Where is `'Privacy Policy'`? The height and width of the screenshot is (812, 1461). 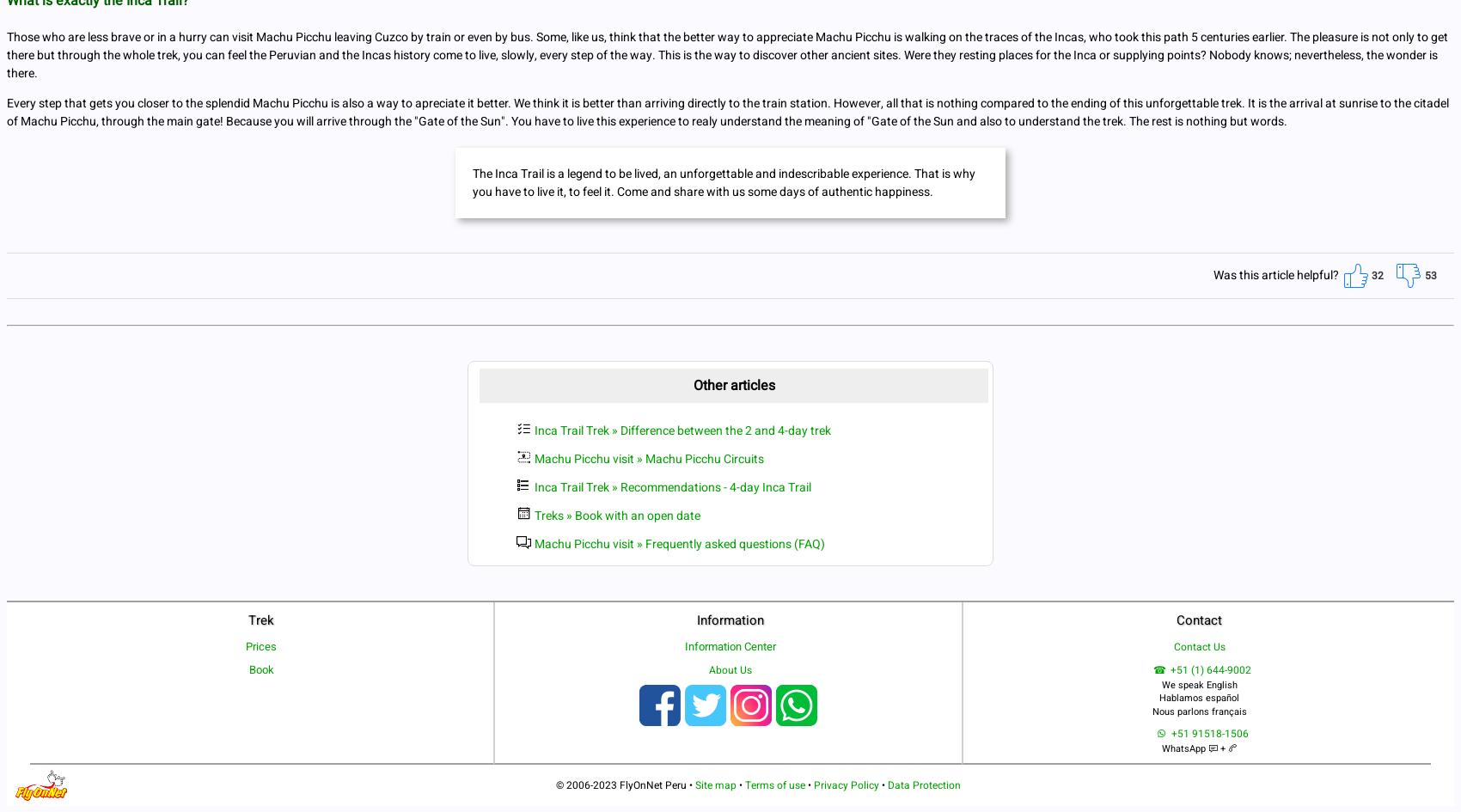
'Privacy Policy' is located at coordinates (845, 783).